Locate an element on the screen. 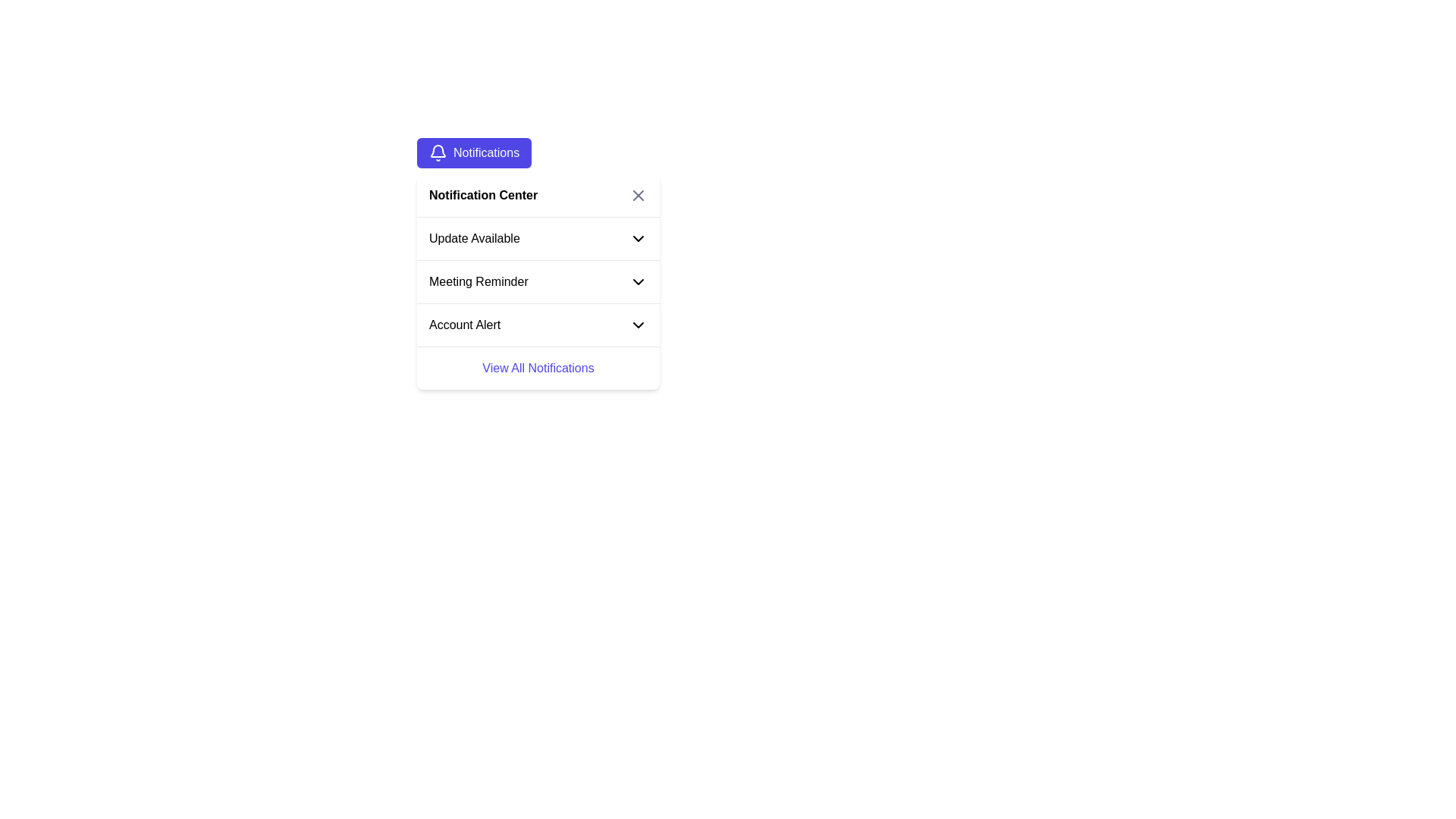 Image resolution: width=1456 pixels, height=819 pixels. the static text element displaying 'Account Alert' in bold black font within the notification dropdown menu is located at coordinates (464, 324).